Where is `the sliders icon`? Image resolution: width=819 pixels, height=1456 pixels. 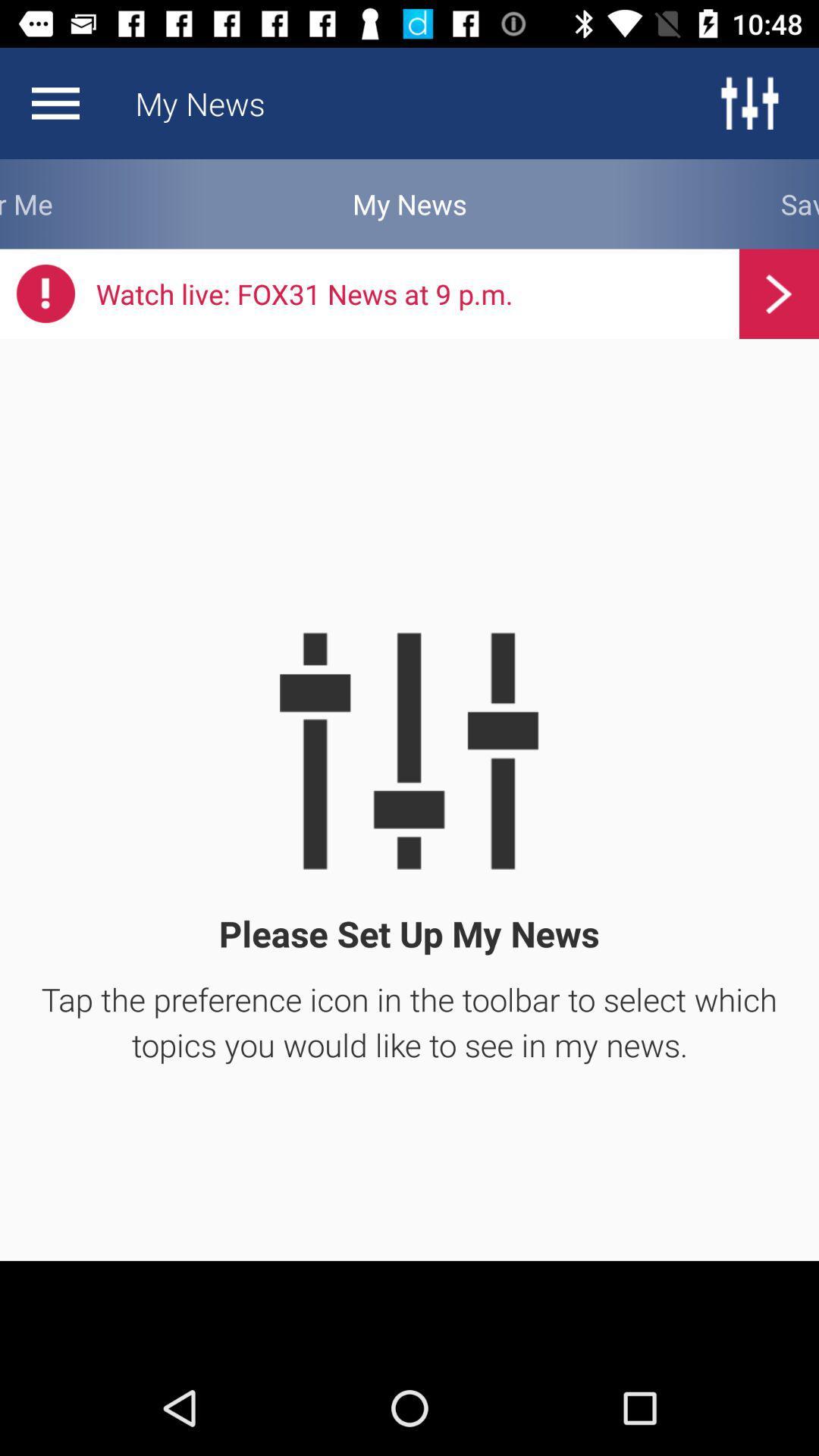 the sliders icon is located at coordinates (748, 102).